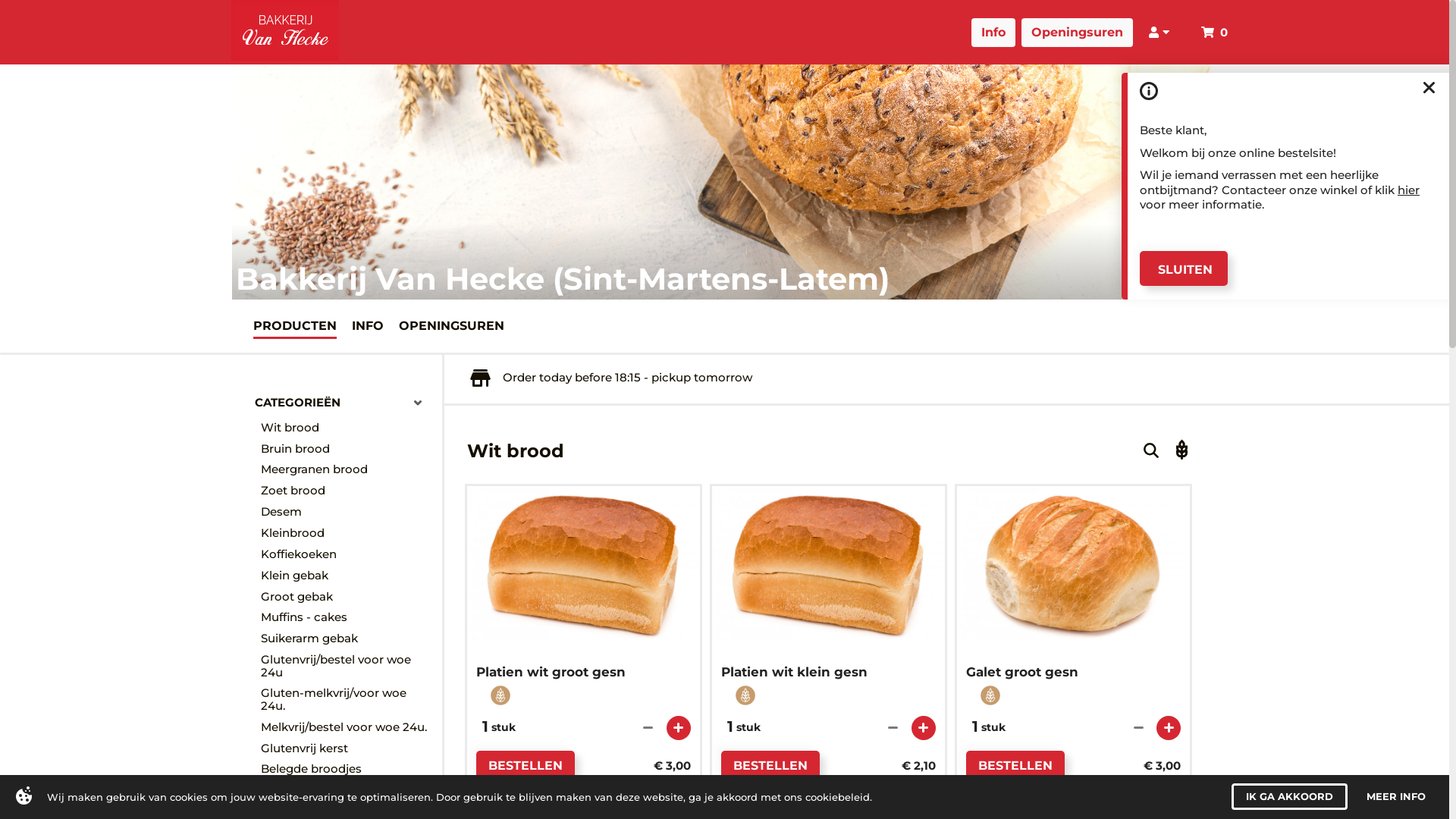  Describe the element at coordinates (346, 447) in the screenshot. I see `'Bruin brood'` at that location.